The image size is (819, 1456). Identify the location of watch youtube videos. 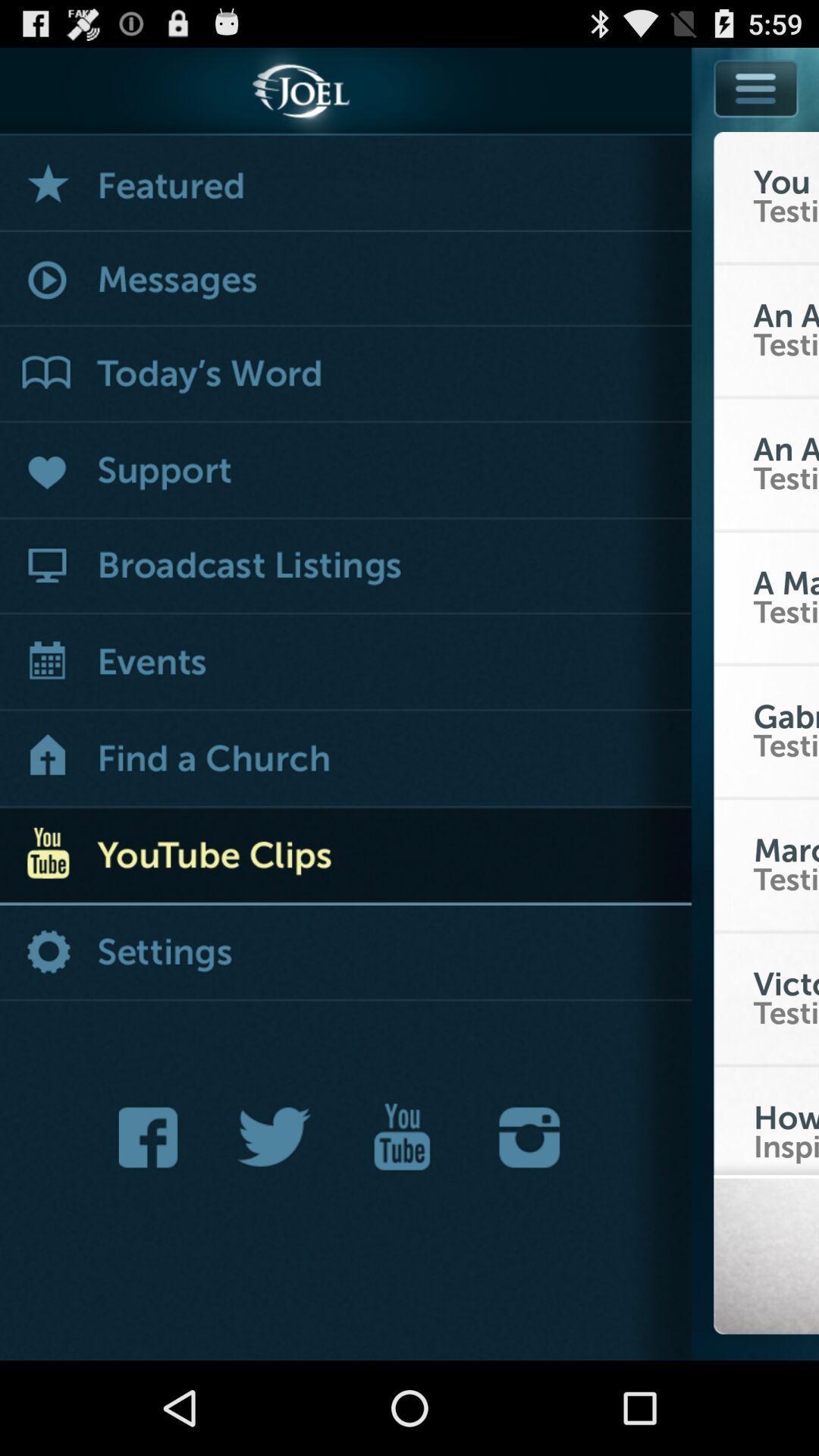
(345, 857).